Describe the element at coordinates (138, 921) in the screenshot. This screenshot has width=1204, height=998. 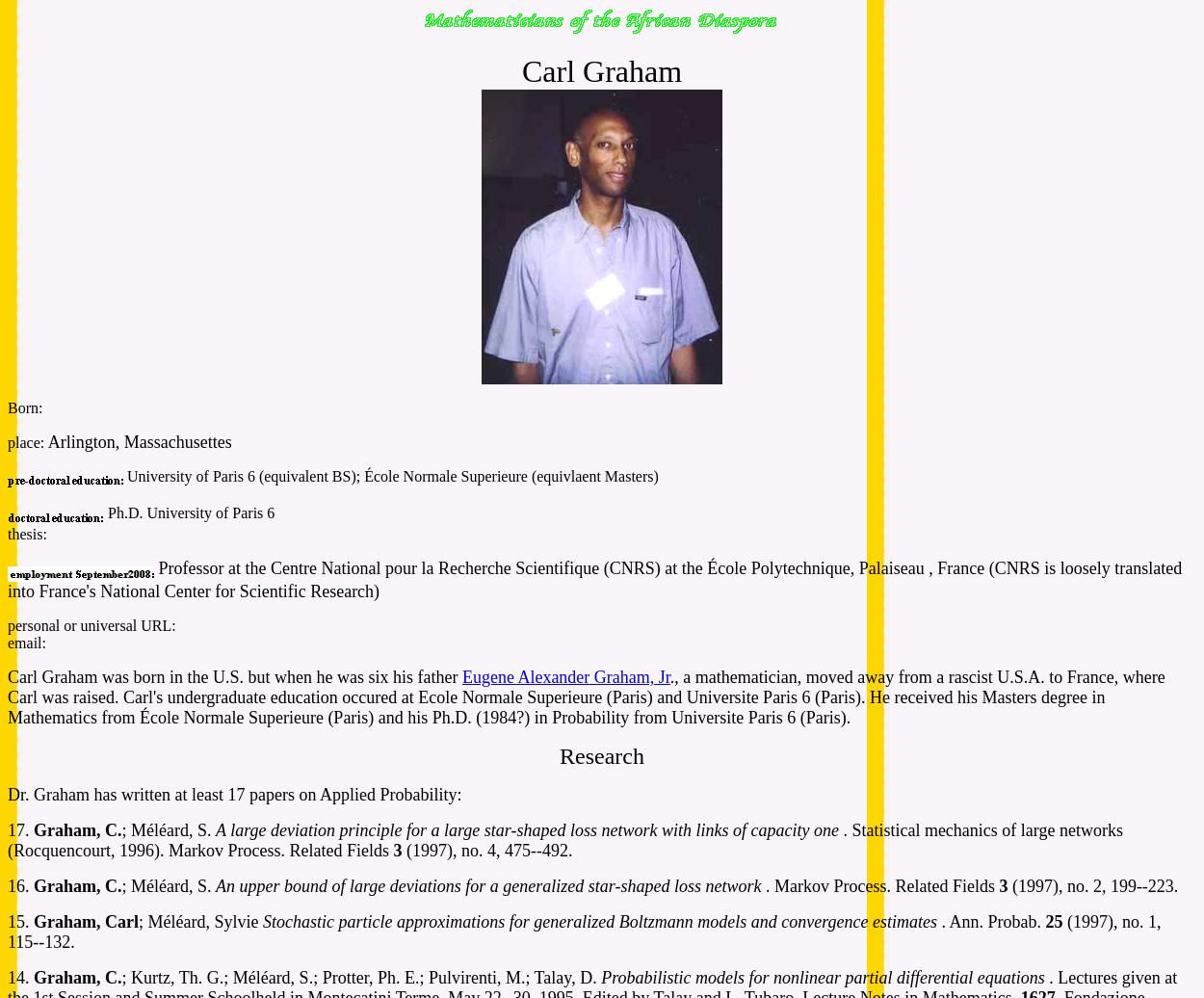
I see `'; Méléard,
Sylvie'` at that location.